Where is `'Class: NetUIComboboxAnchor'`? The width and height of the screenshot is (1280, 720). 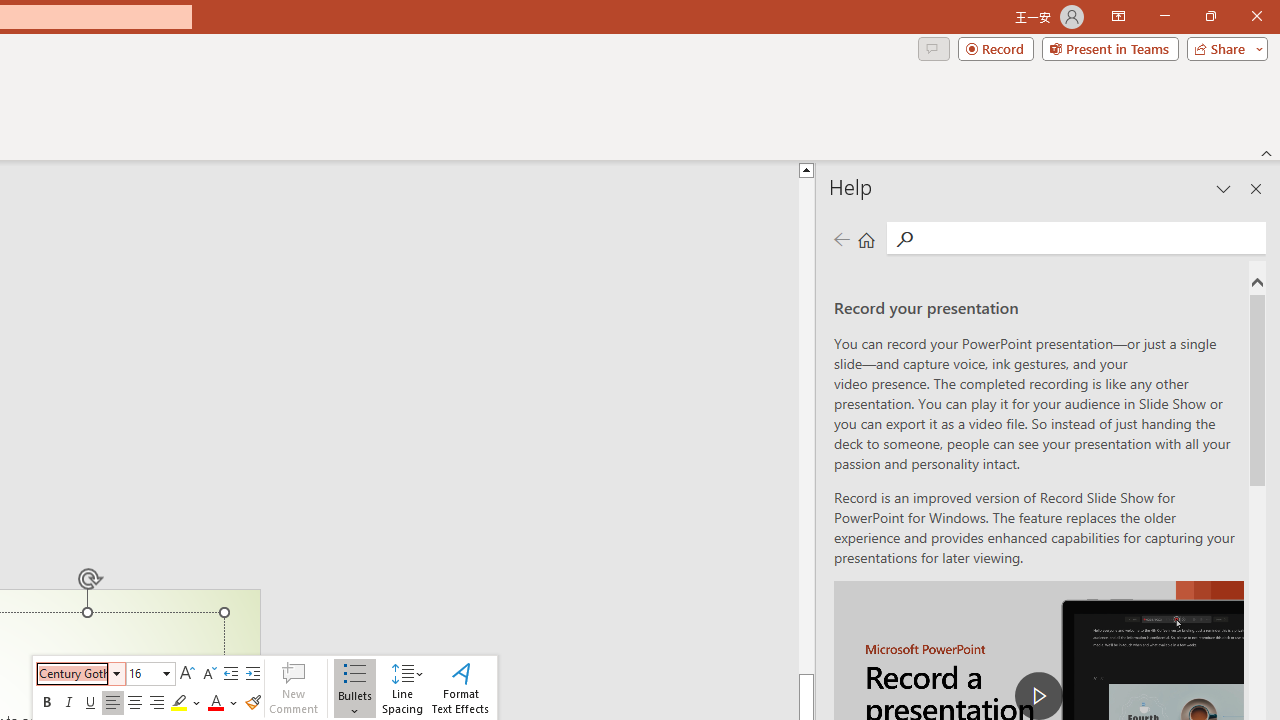
'Class: NetUIComboboxAnchor' is located at coordinates (150, 673).